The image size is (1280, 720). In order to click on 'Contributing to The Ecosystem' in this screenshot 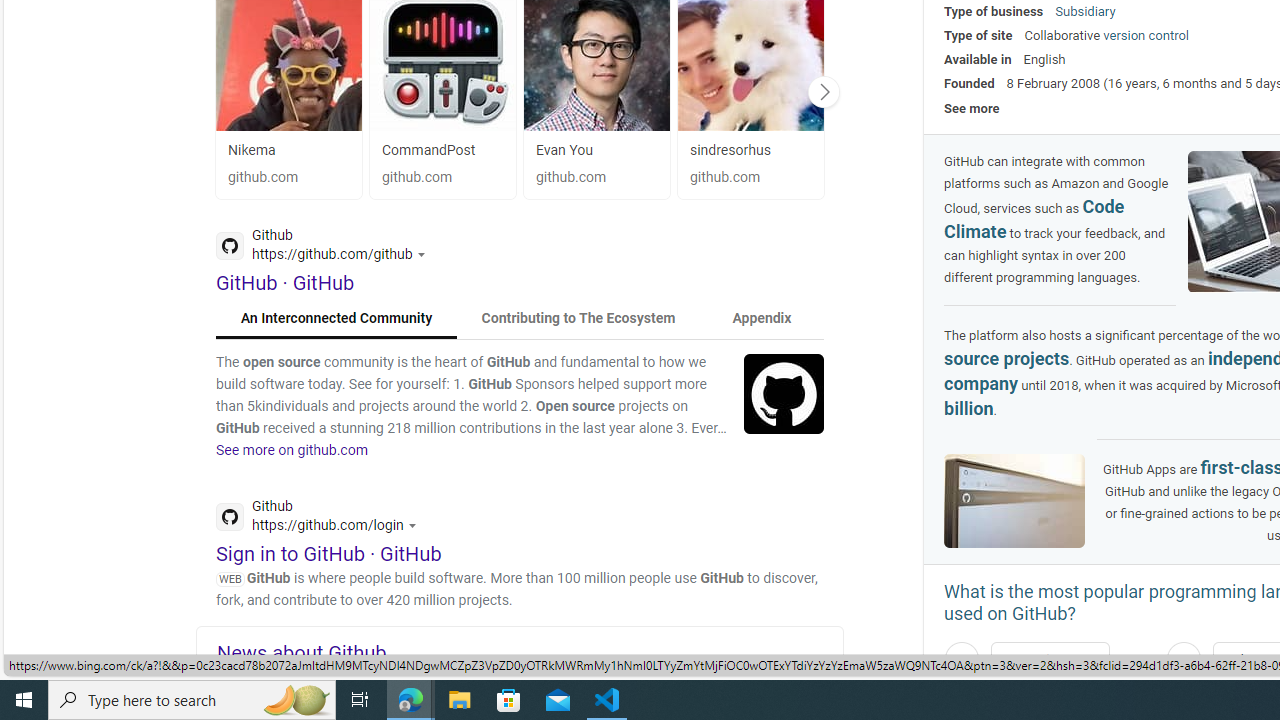, I will do `click(577, 317)`.